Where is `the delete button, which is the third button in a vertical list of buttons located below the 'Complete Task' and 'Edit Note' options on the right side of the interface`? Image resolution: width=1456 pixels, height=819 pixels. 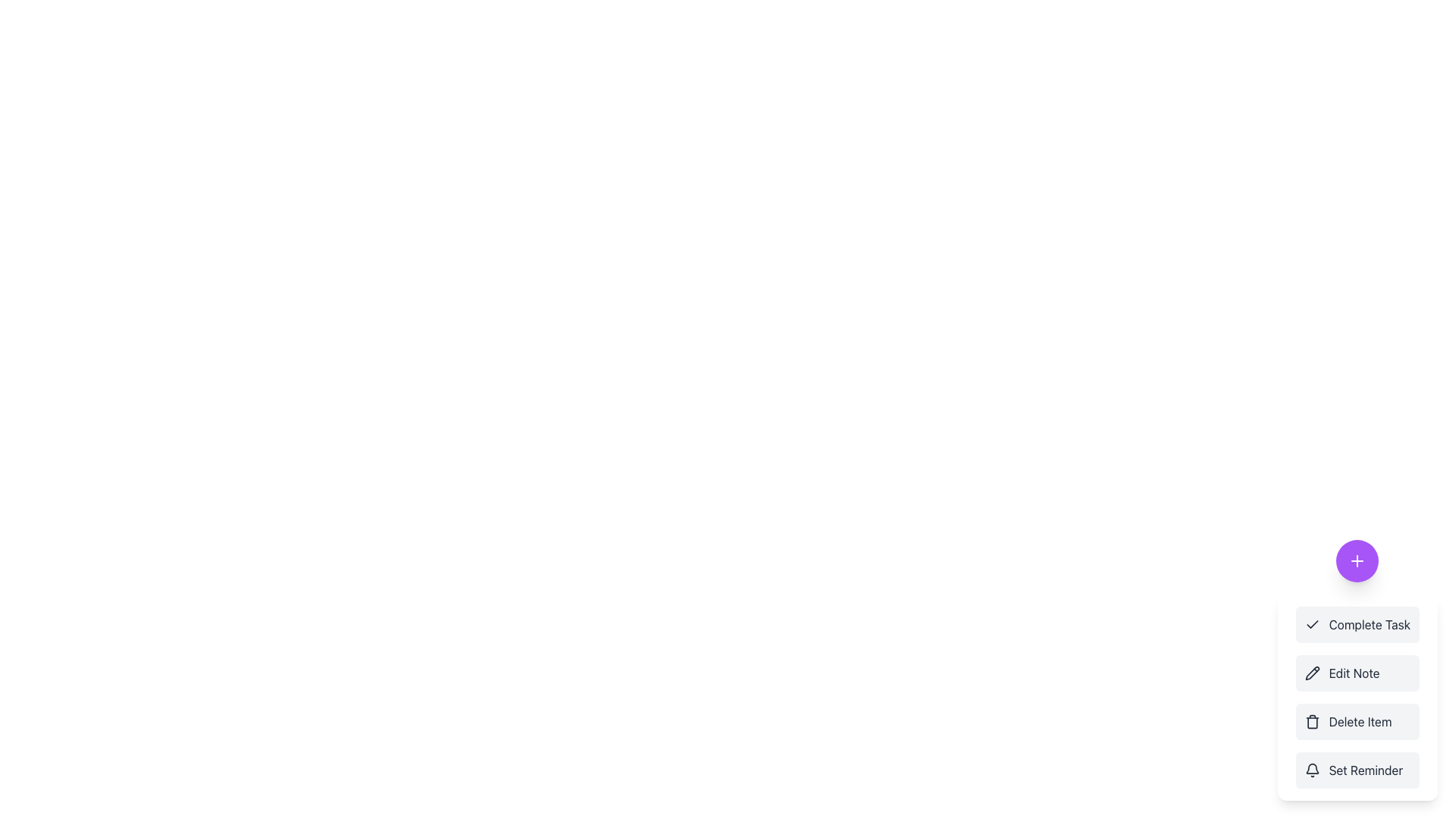
the delete button, which is the third button in a vertical list of buttons located below the 'Complete Task' and 'Edit Note' options on the right side of the interface is located at coordinates (1357, 721).